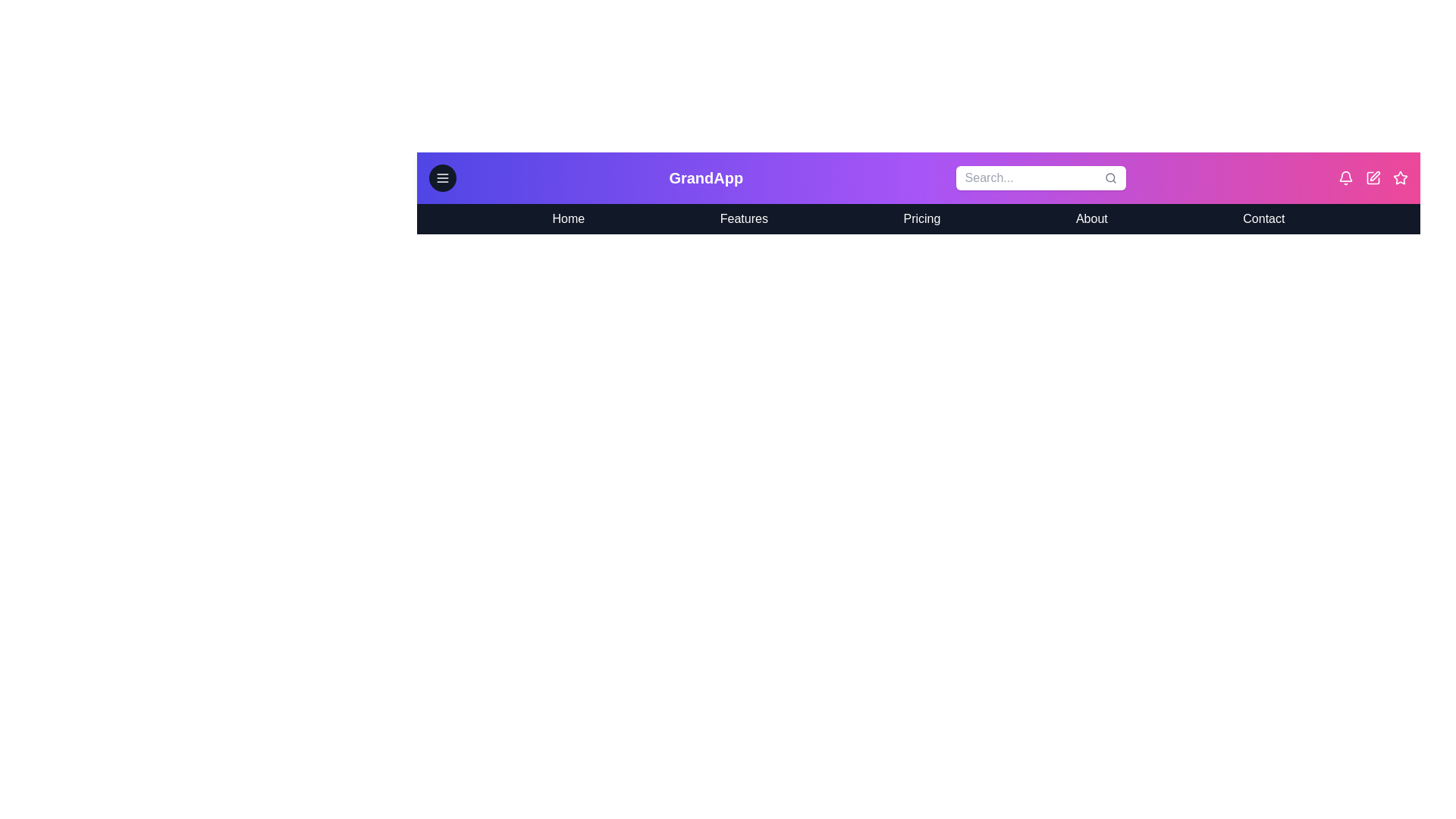  What do you see at coordinates (1400, 177) in the screenshot?
I see `favorite star icon in the StyledAppBar component` at bounding box center [1400, 177].